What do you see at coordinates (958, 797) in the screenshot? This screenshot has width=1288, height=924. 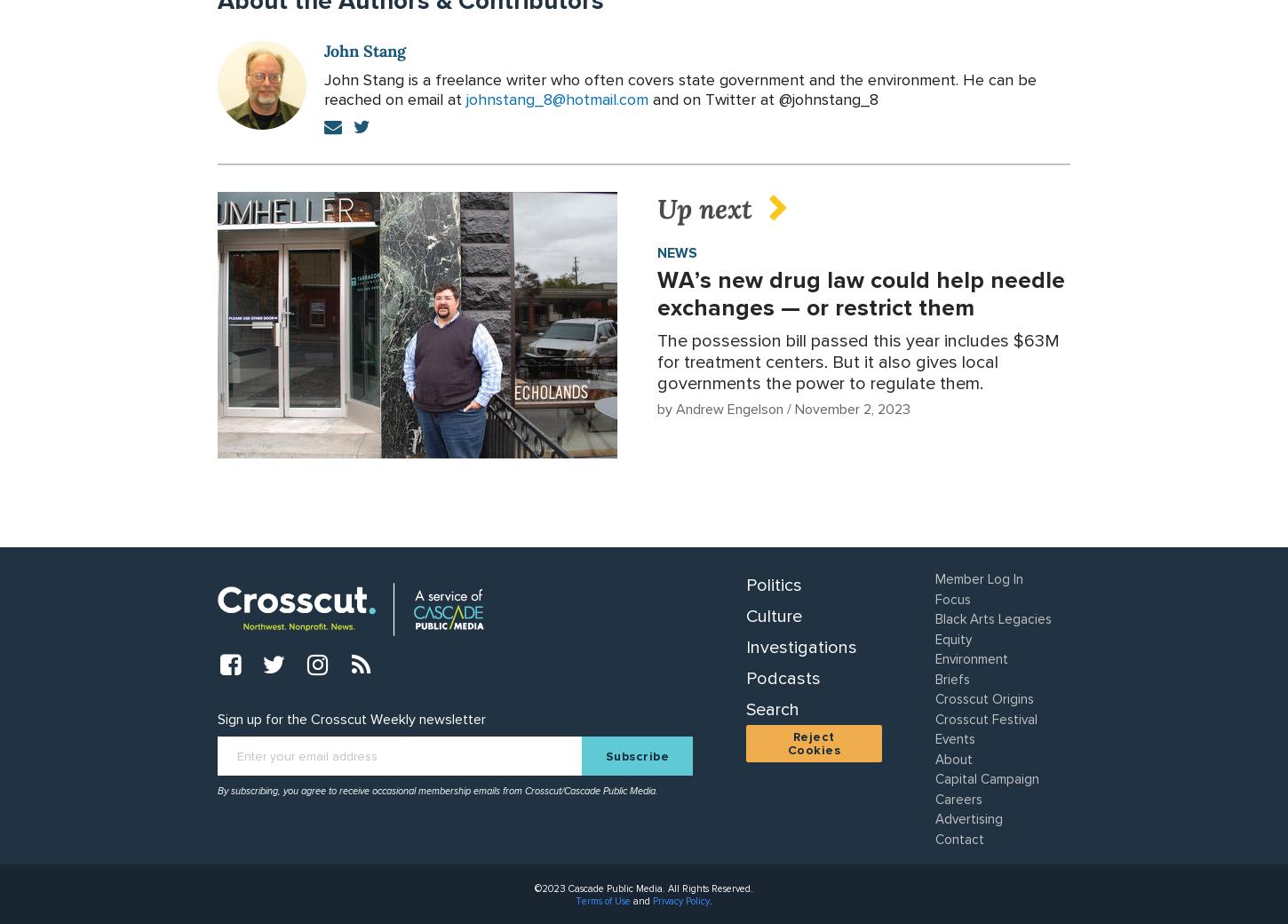 I see `'Careers'` at bounding box center [958, 797].